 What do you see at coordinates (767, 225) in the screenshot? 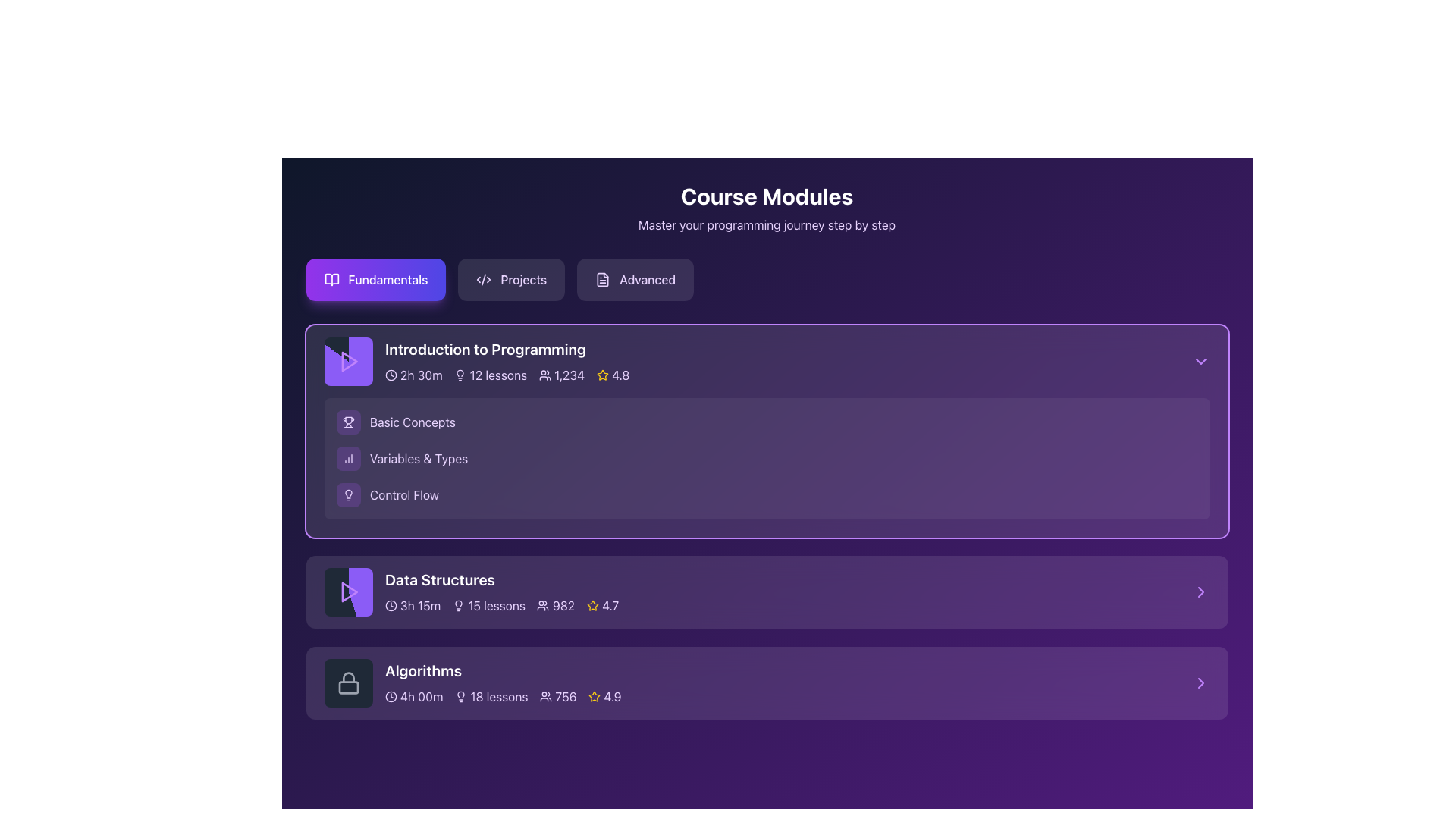
I see `the text label reading 'Master your programming journey step by step', which is positioned below the heading 'Course Modules' and spans across the width of the page` at bounding box center [767, 225].